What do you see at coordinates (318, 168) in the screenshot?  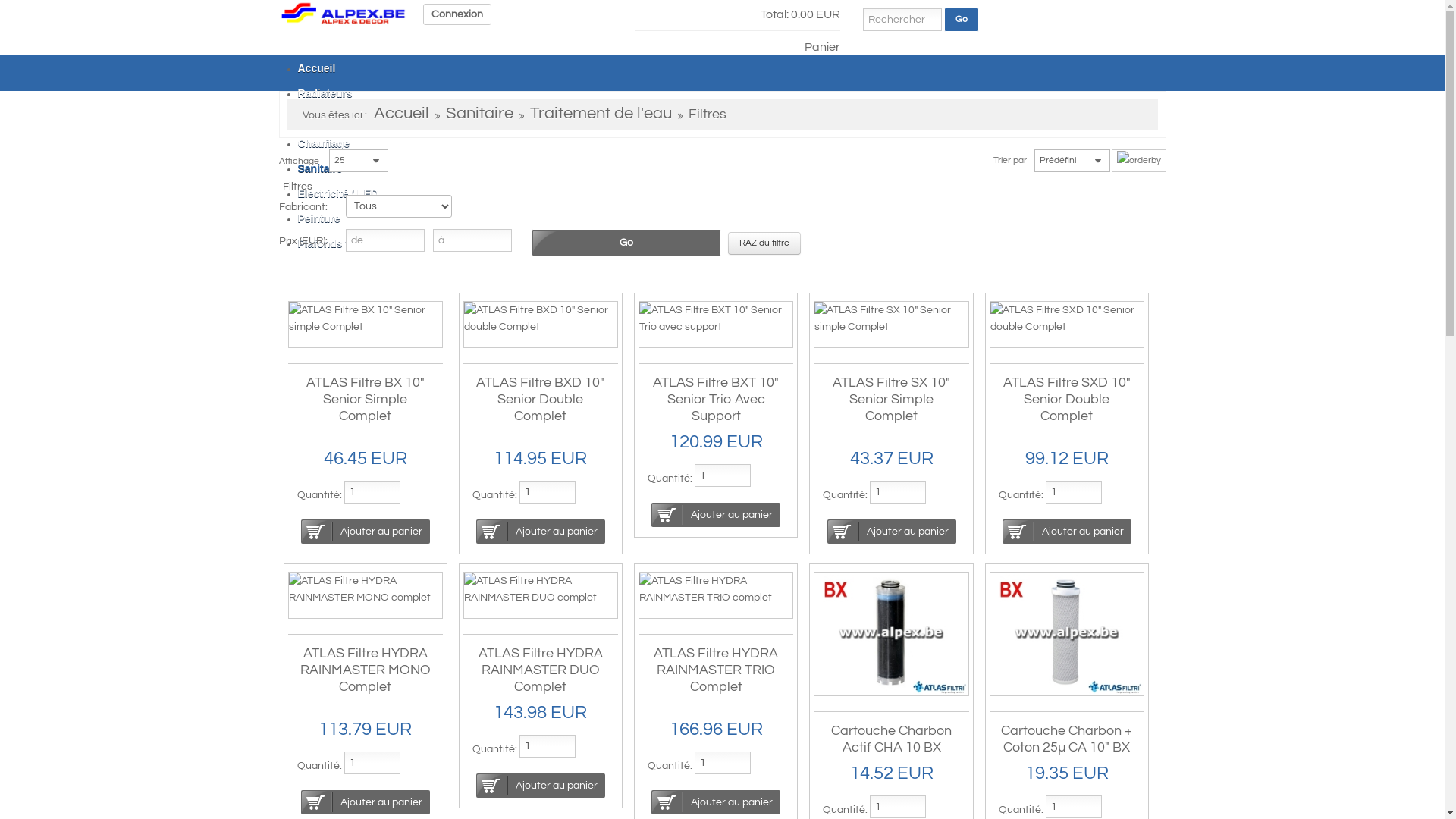 I see `'Sanitaire'` at bounding box center [318, 168].